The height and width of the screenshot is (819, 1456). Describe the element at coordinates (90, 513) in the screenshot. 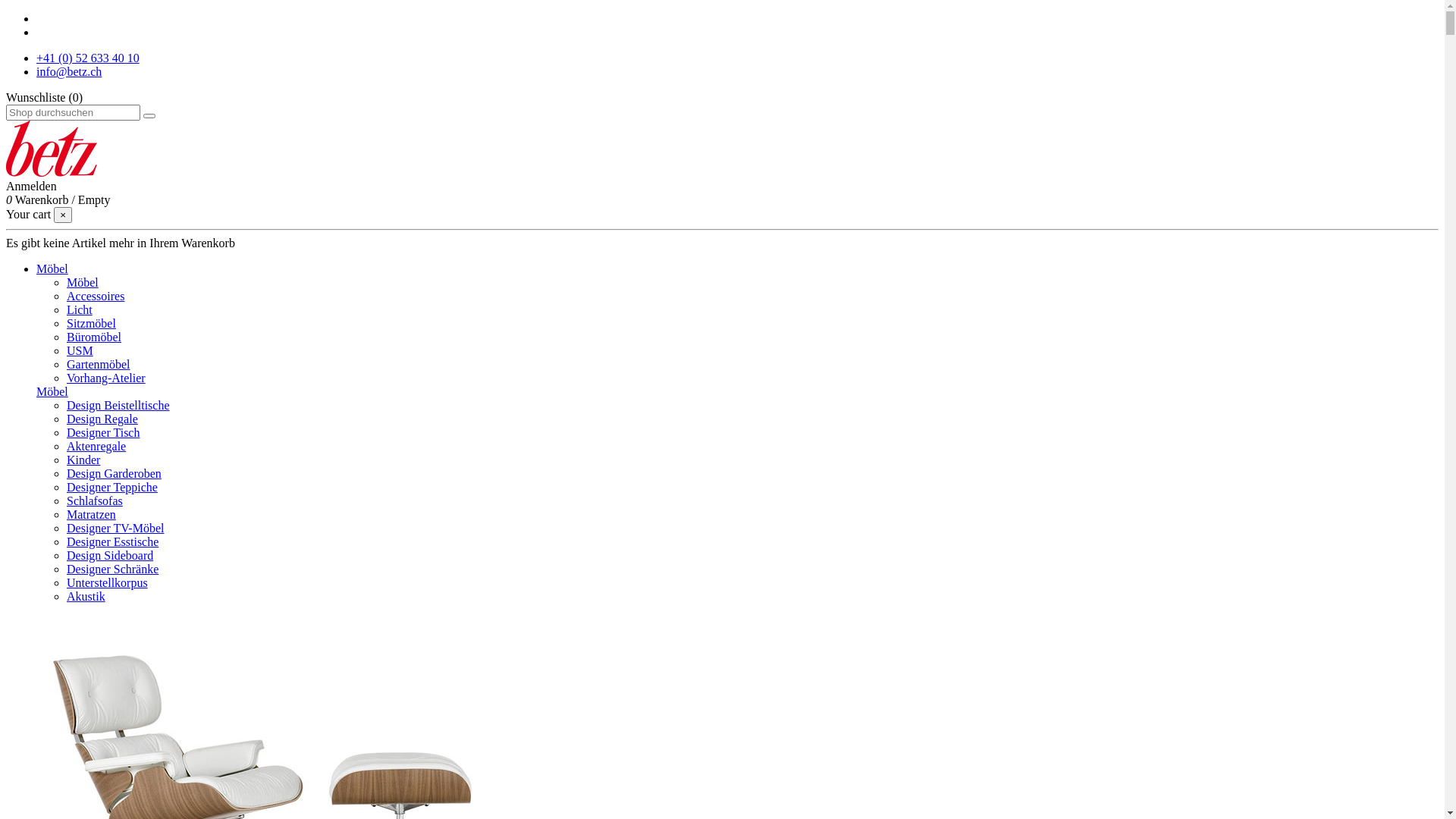

I see `'Matratzen'` at that location.